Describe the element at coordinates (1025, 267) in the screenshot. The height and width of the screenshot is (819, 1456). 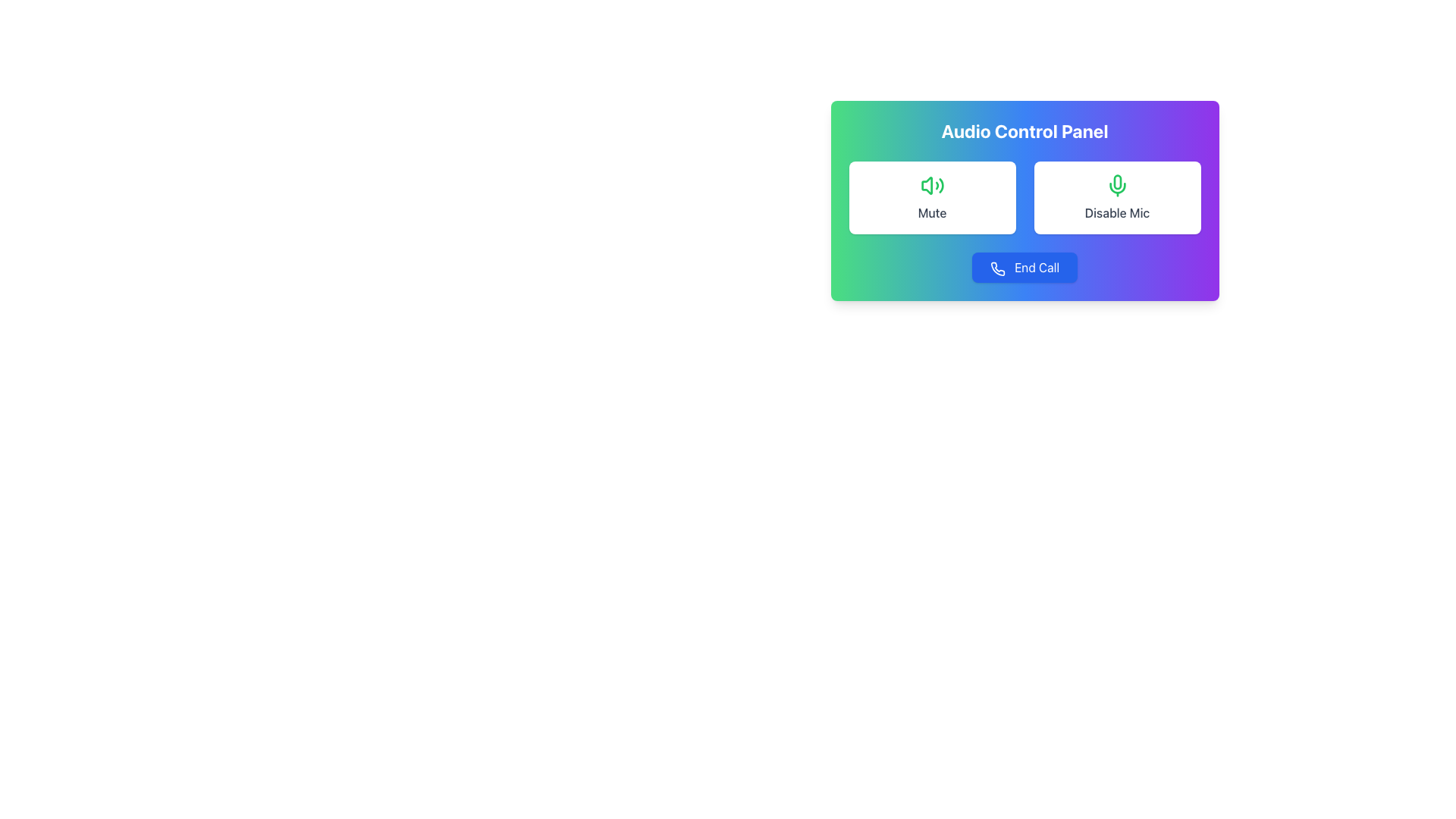
I see `the 'End Call' button, which is styled with a blue background, white text, and an icon of a phone, located in the 'Audio Control Panel' below the 'Mute' and 'Disable Mic' buttons` at that location.